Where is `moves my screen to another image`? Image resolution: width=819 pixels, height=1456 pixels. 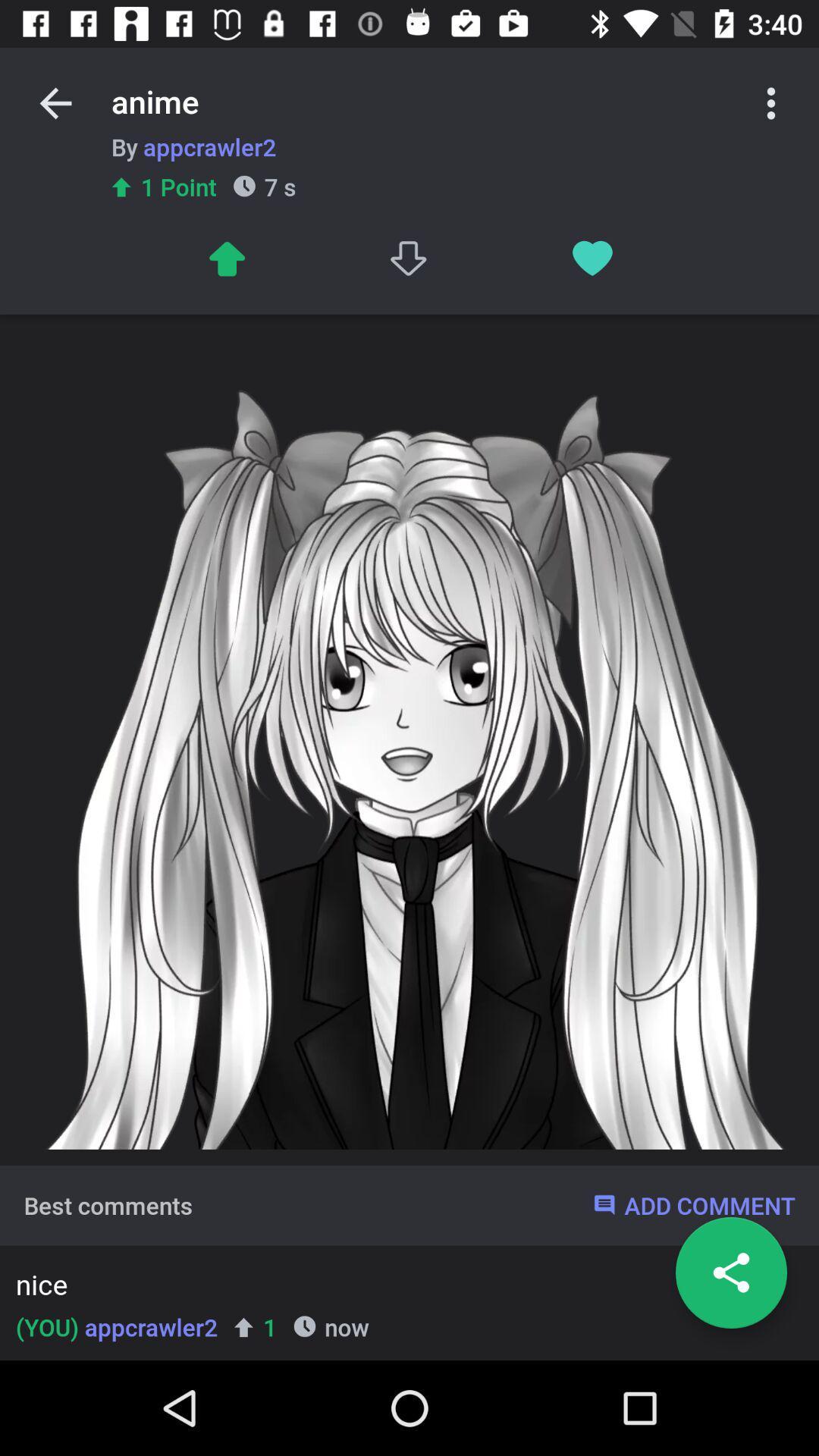
moves my screen to another image is located at coordinates (226, 259).